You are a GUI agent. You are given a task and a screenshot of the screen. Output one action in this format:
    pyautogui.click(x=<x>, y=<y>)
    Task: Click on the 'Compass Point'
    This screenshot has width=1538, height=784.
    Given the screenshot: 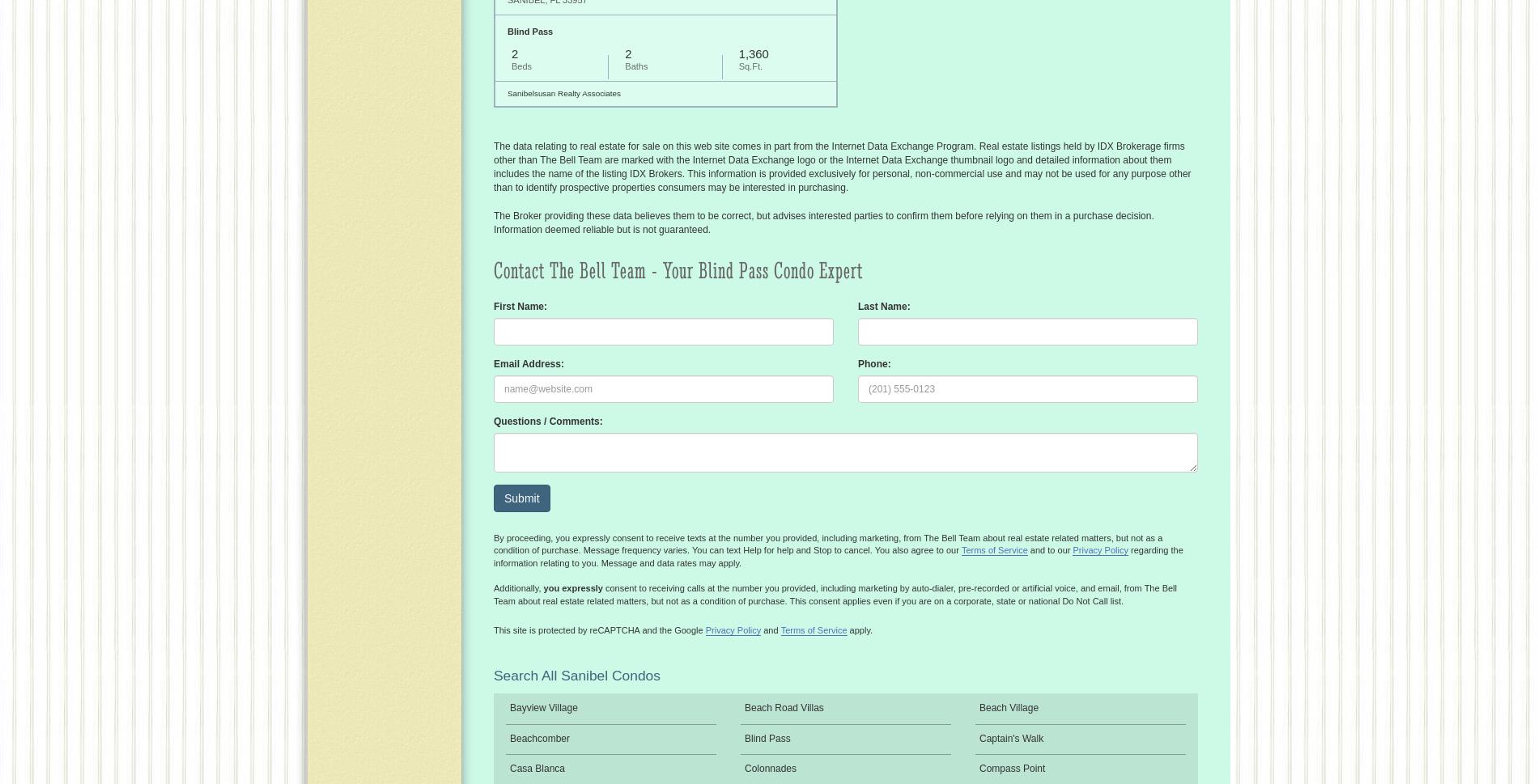 What is the action you would take?
    pyautogui.click(x=1011, y=767)
    